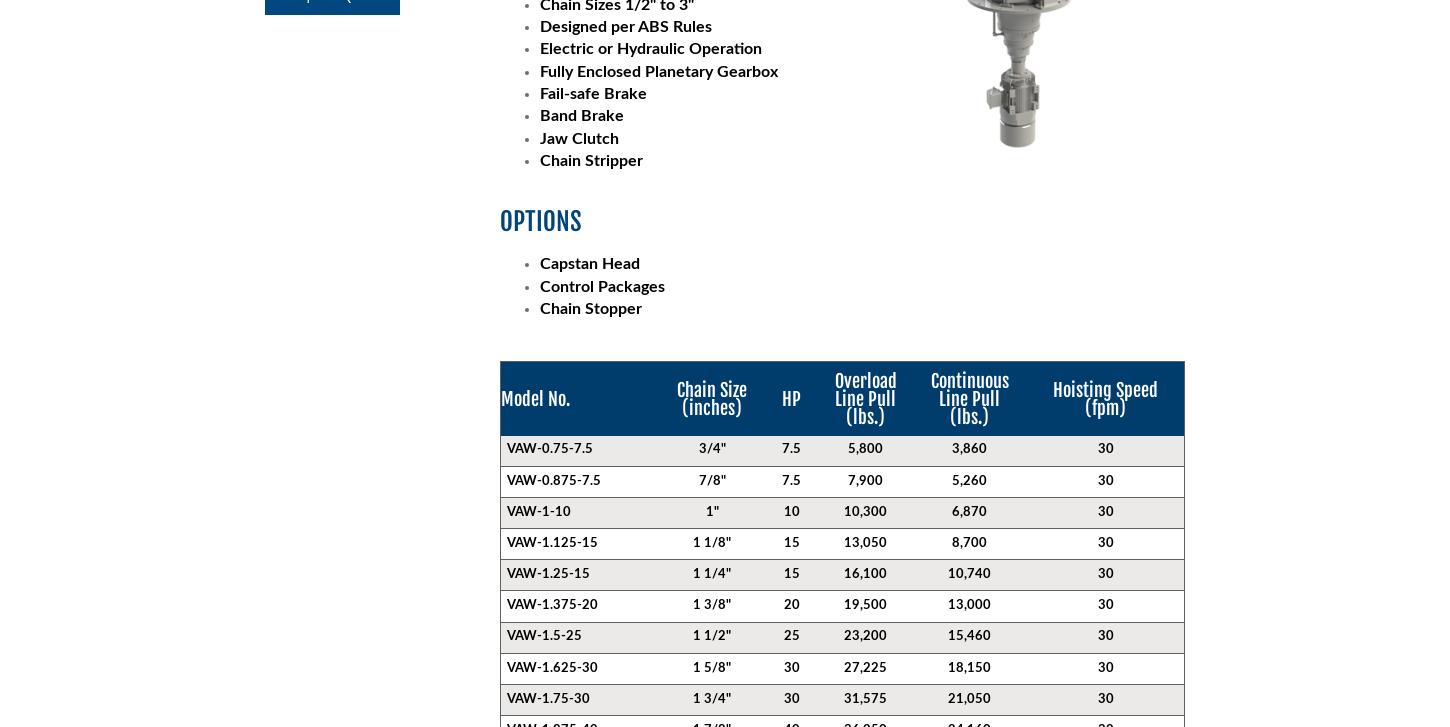  What do you see at coordinates (844, 604) in the screenshot?
I see `'19,500'` at bounding box center [844, 604].